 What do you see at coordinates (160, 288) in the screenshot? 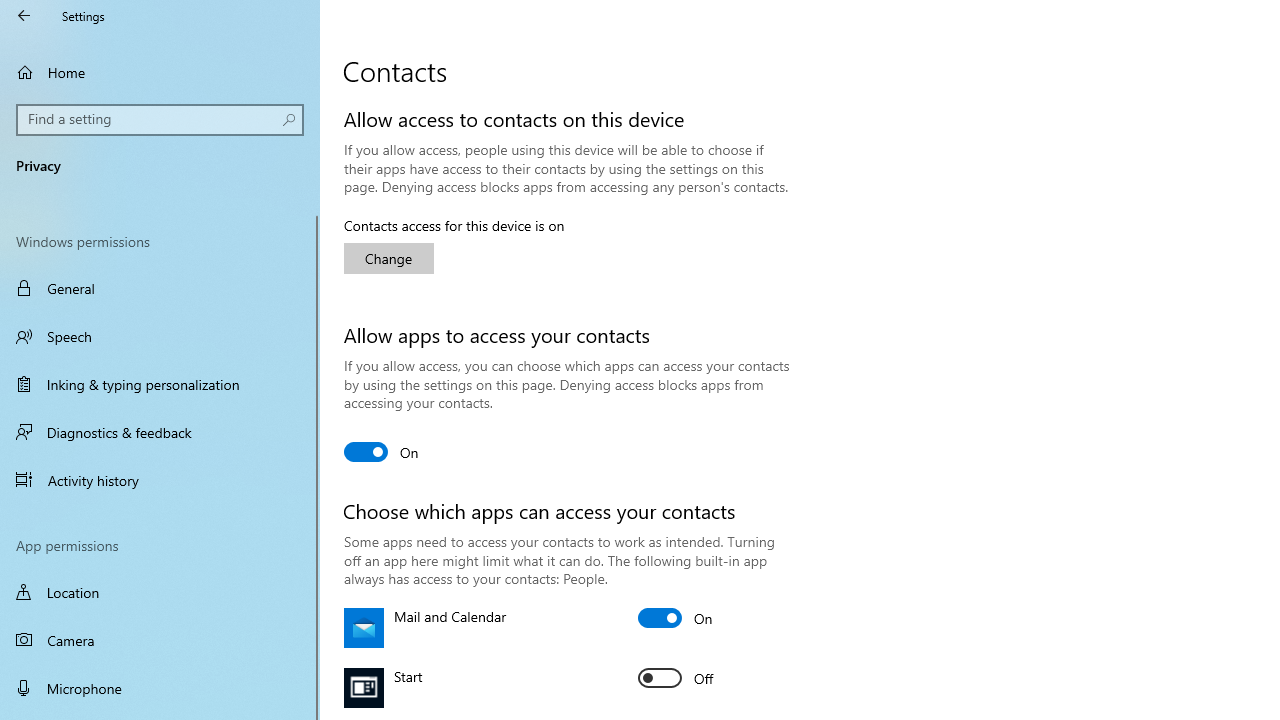
I see `'General'` at bounding box center [160, 288].